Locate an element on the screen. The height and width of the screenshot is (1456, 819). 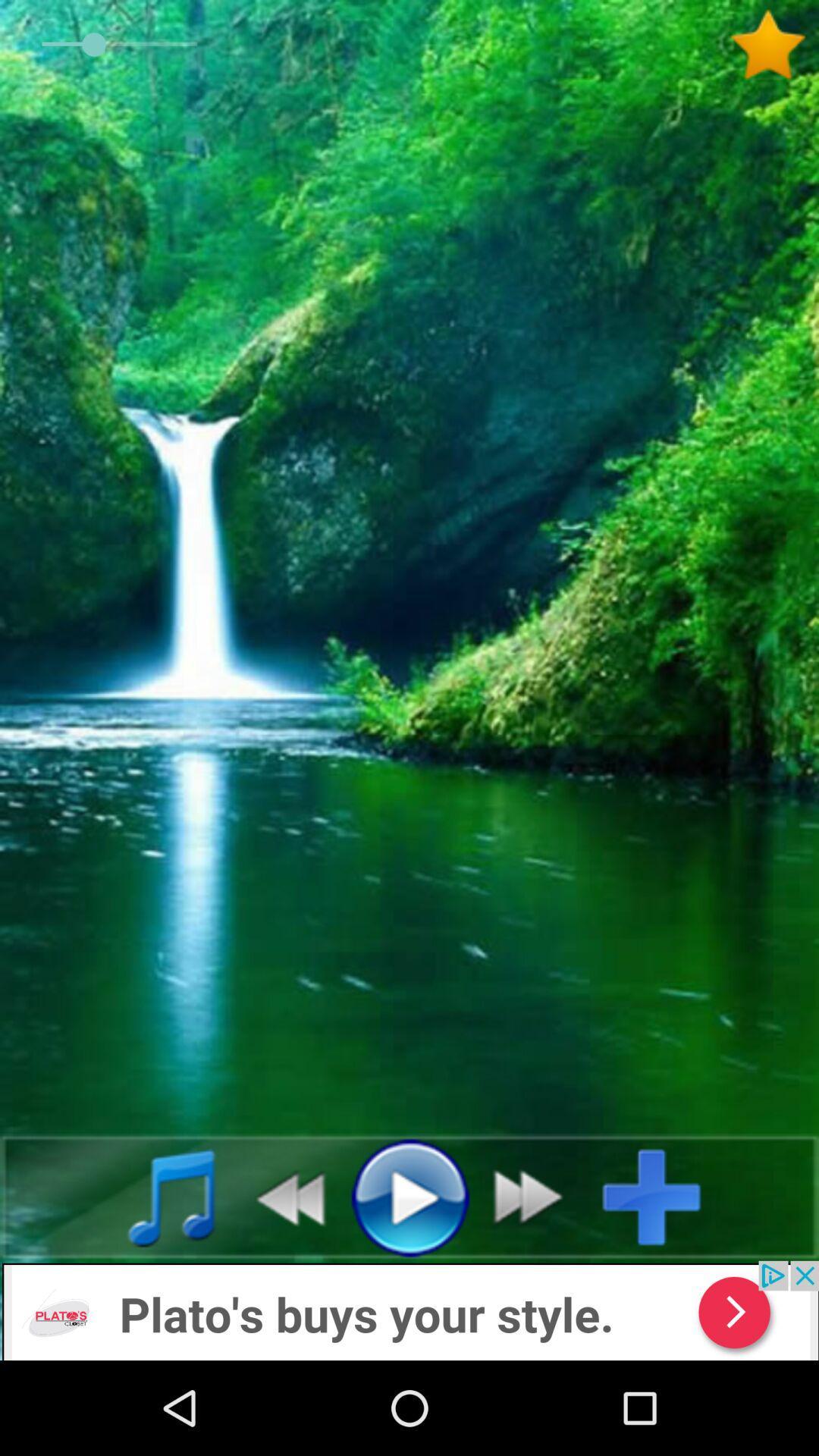
fast forward is located at coordinates (536, 1196).